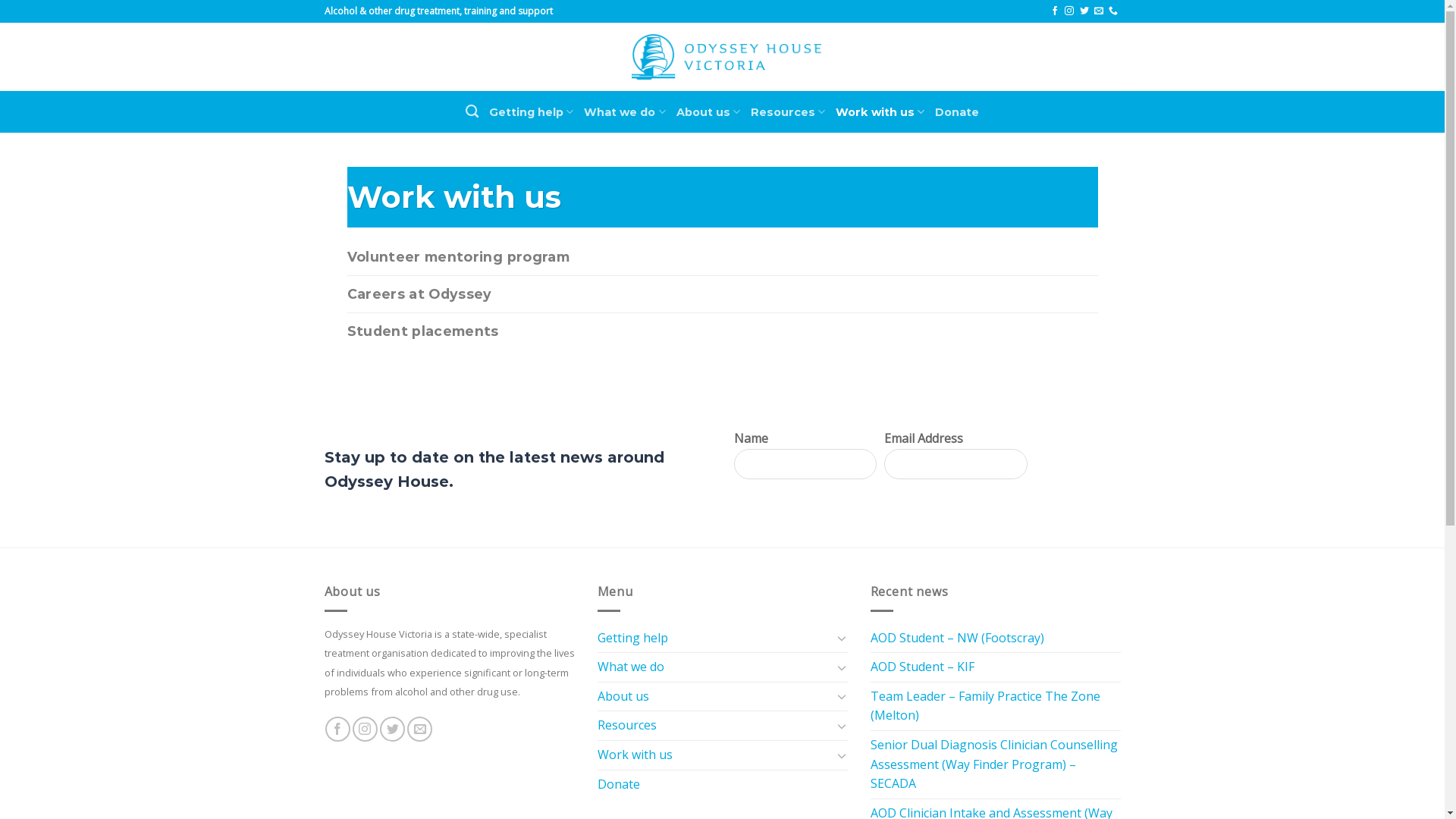  What do you see at coordinates (1073, 463) in the screenshot?
I see `'Submit'` at bounding box center [1073, 463].